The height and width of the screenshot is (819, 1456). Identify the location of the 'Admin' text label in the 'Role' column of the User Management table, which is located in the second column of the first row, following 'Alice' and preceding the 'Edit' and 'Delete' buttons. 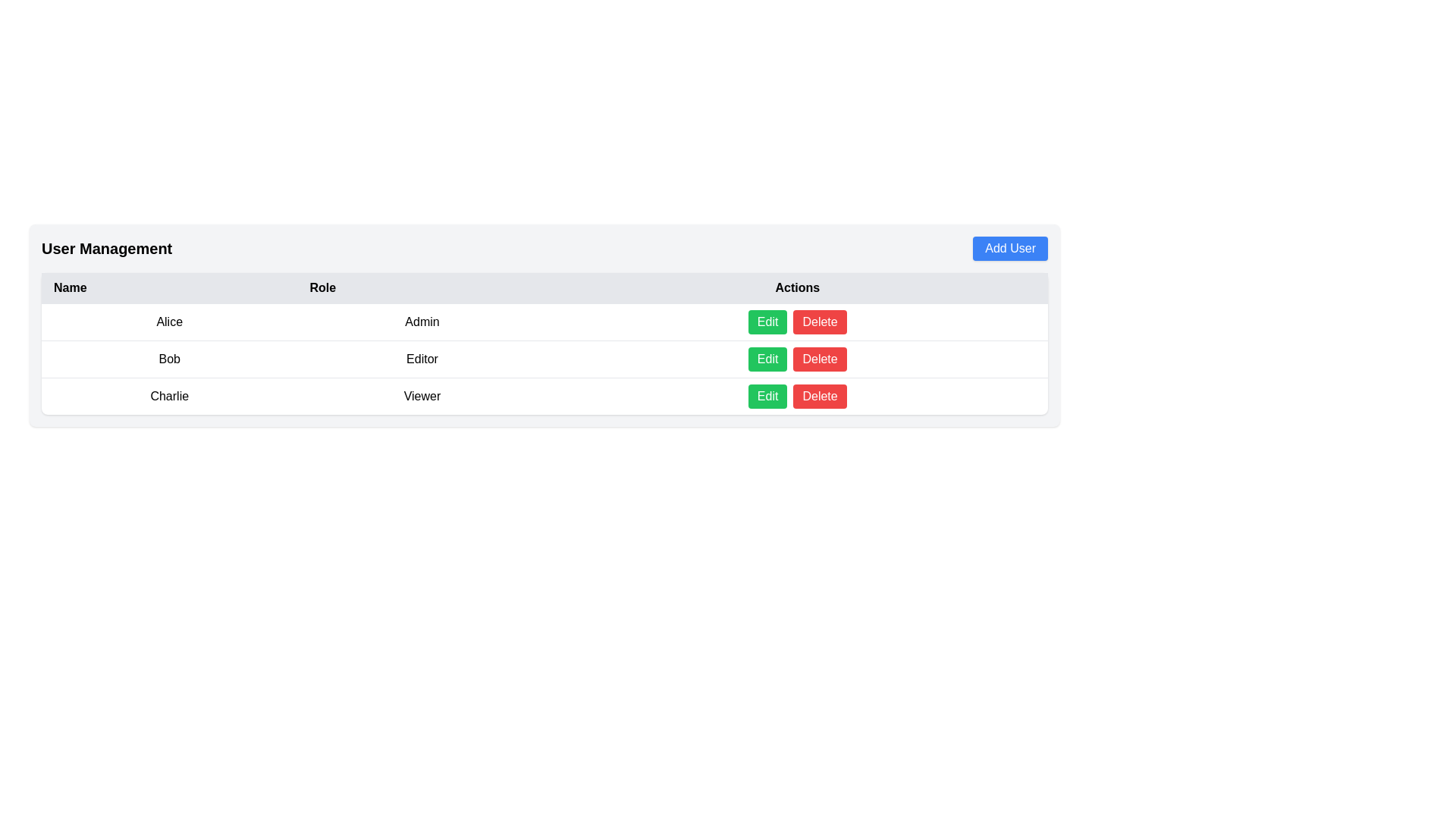
(422, 321).